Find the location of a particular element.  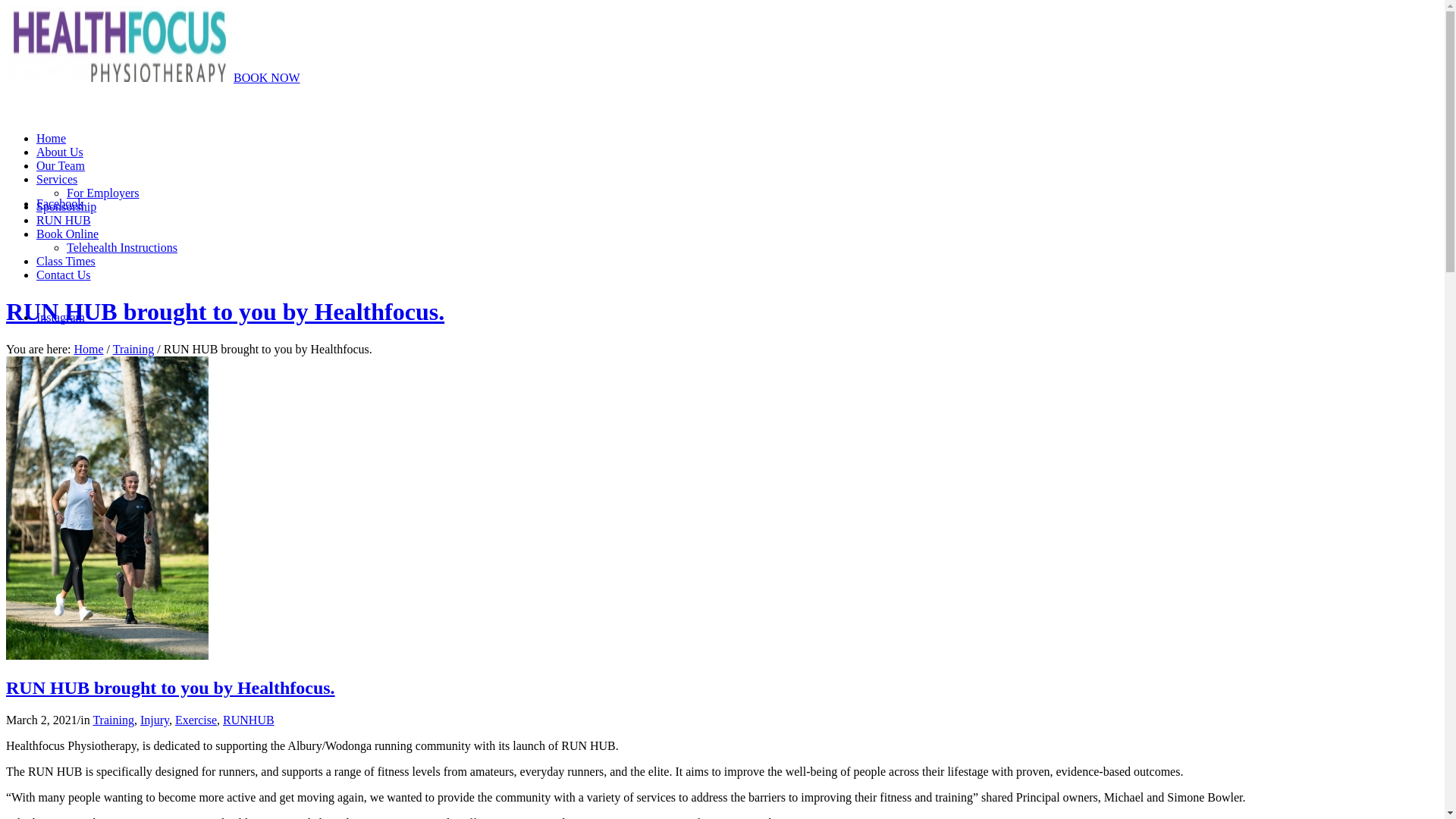

'Facebook' is located at coordinates (59, 202).